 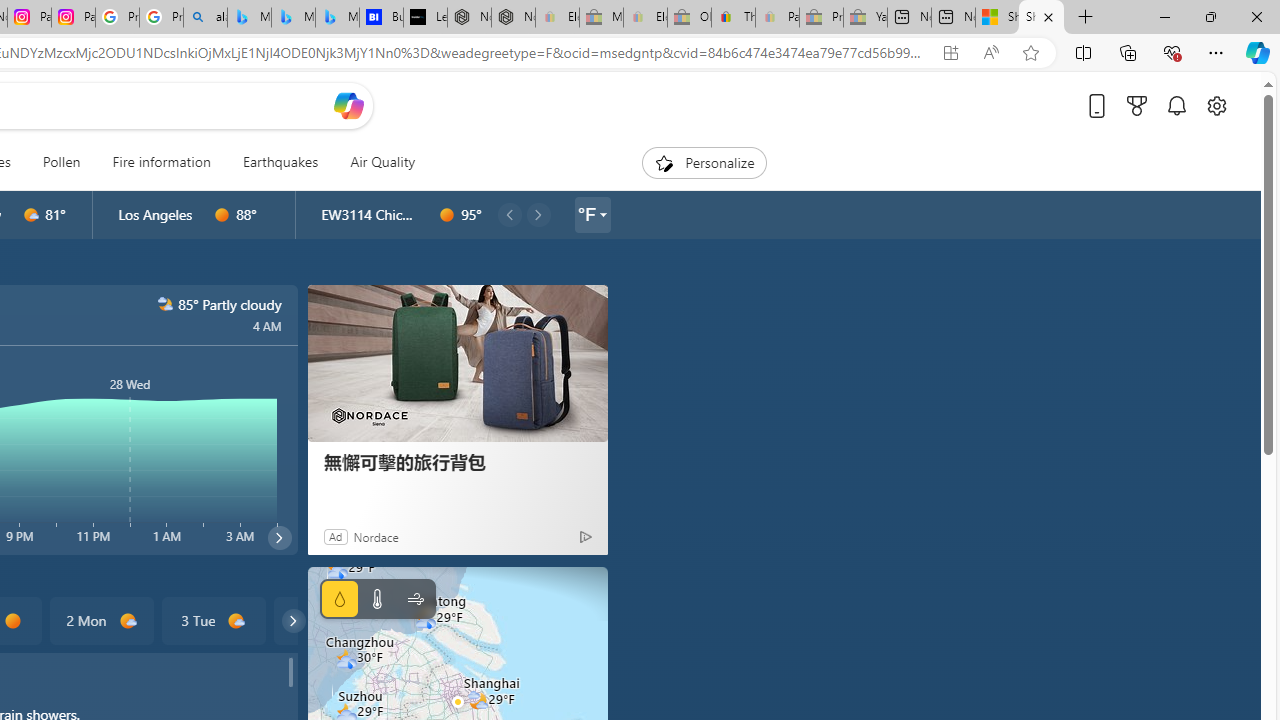 I want to click on 'Payments Terms of Use | eBay.com - Sleeping', so click(x=776, y=17).